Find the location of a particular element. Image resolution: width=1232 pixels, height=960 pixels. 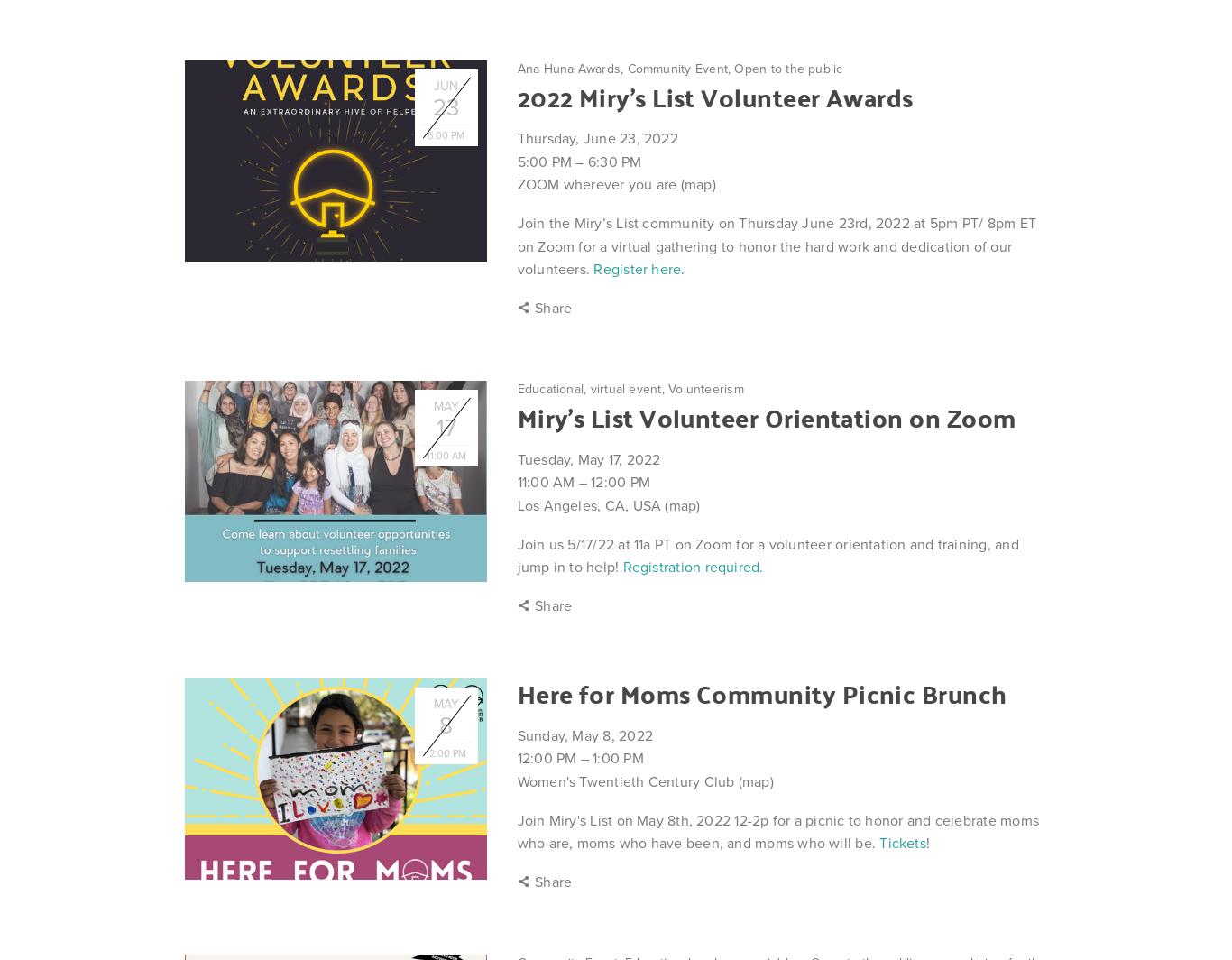

'Los Angeles, CA' is located at coordinates (570, 504).